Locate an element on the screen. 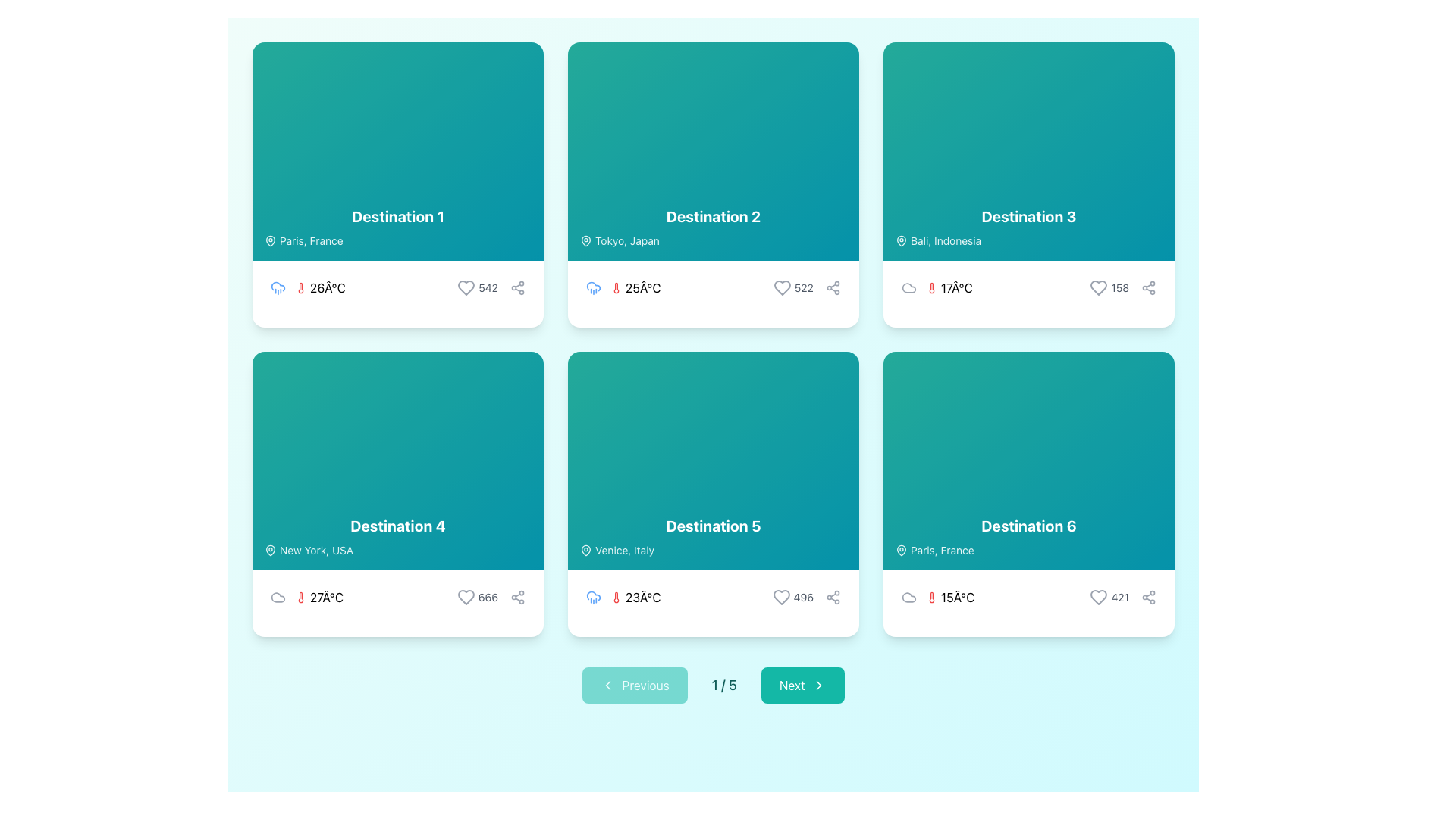 This screenshot has height=819, width=1456. the text label reading 'Paris, France' which is located on the sixth destination card in a 3x2 grid layout, positioned near the top-left corner of the card and following a map pin icon is located at coordinates (310, 240).